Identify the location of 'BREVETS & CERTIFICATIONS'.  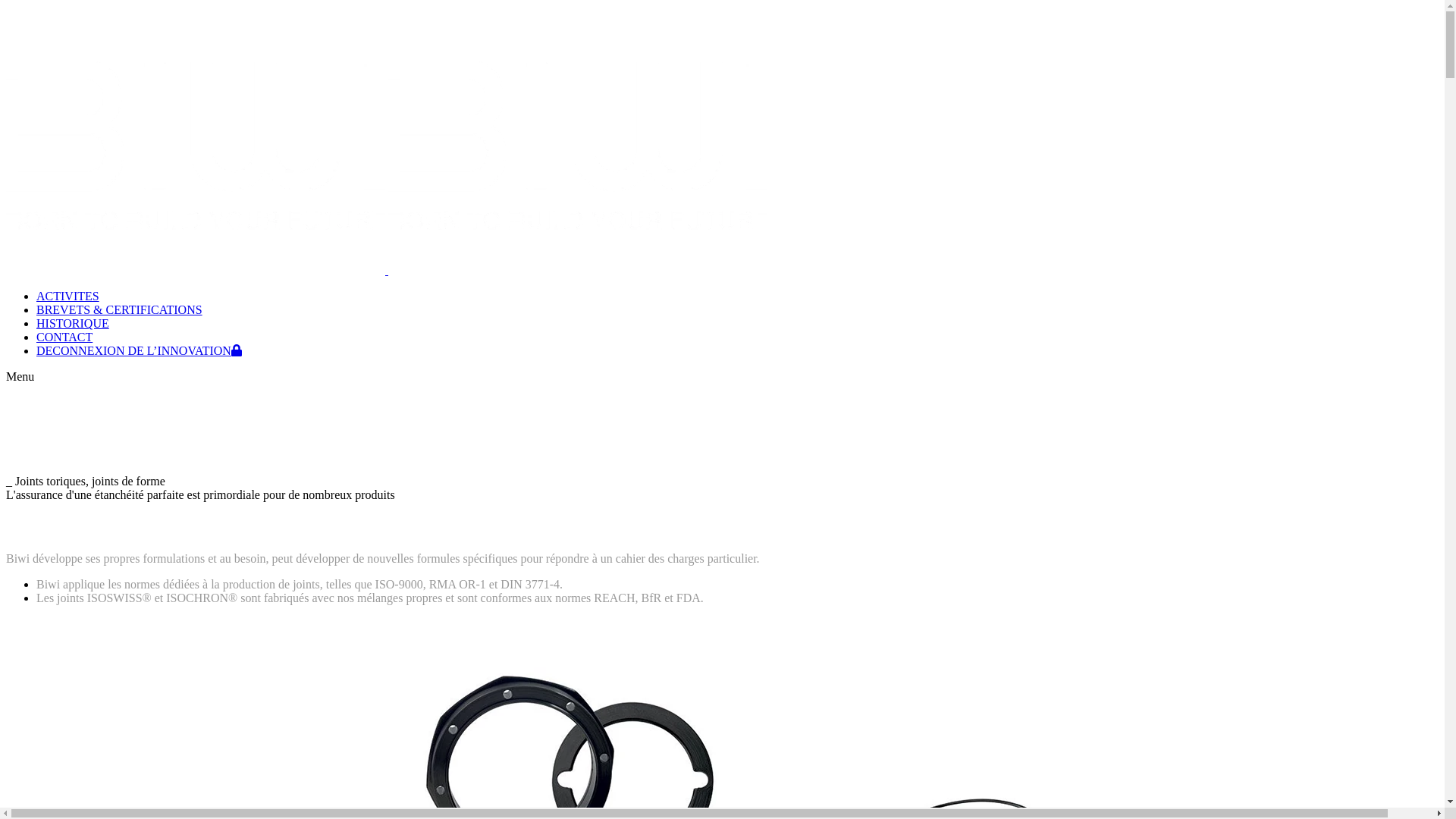
(118, 309).